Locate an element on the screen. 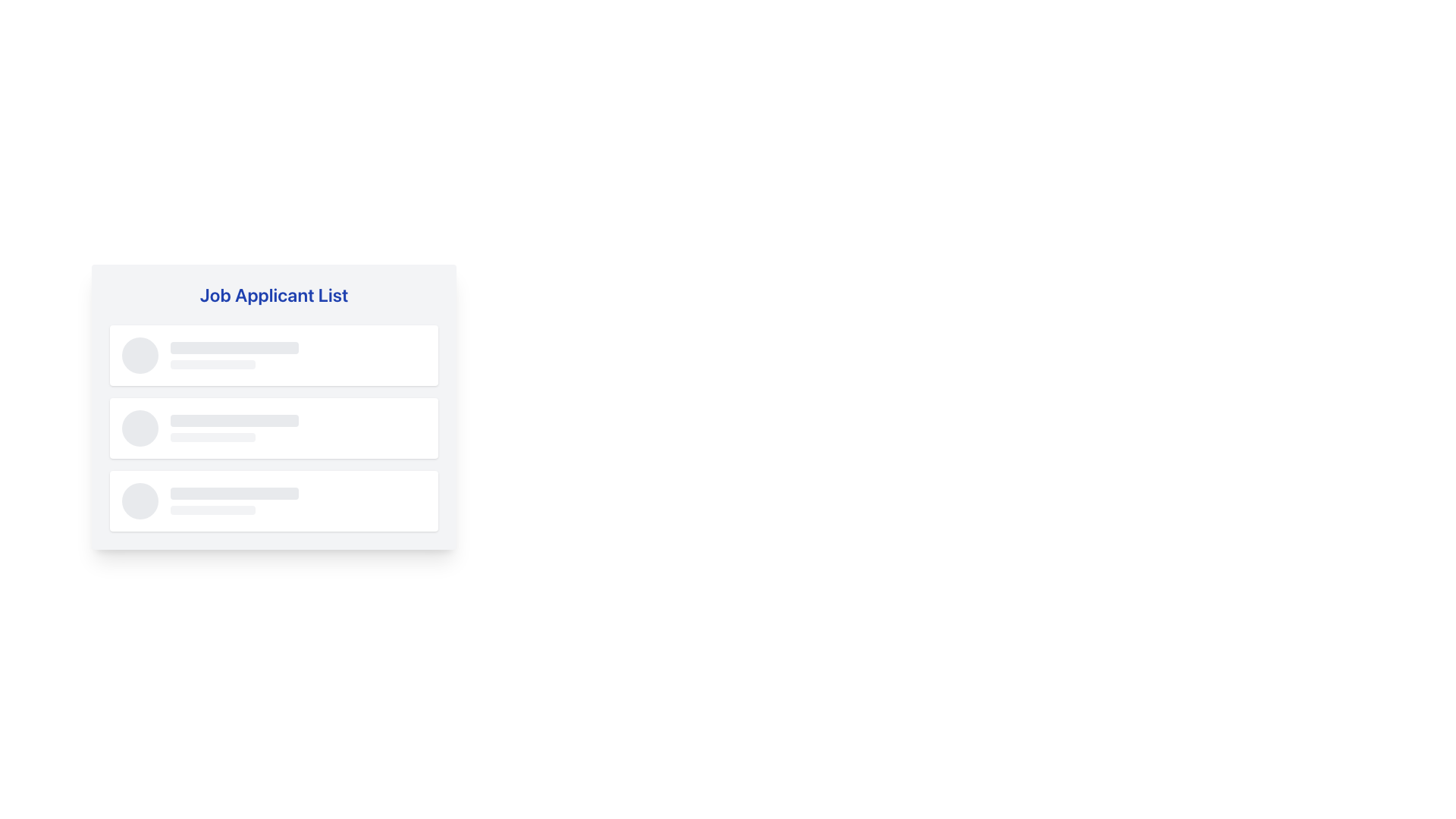  the second List Item Card representing a job applicant's summary in the Job Applicant List is located at coordinates (274, 428).